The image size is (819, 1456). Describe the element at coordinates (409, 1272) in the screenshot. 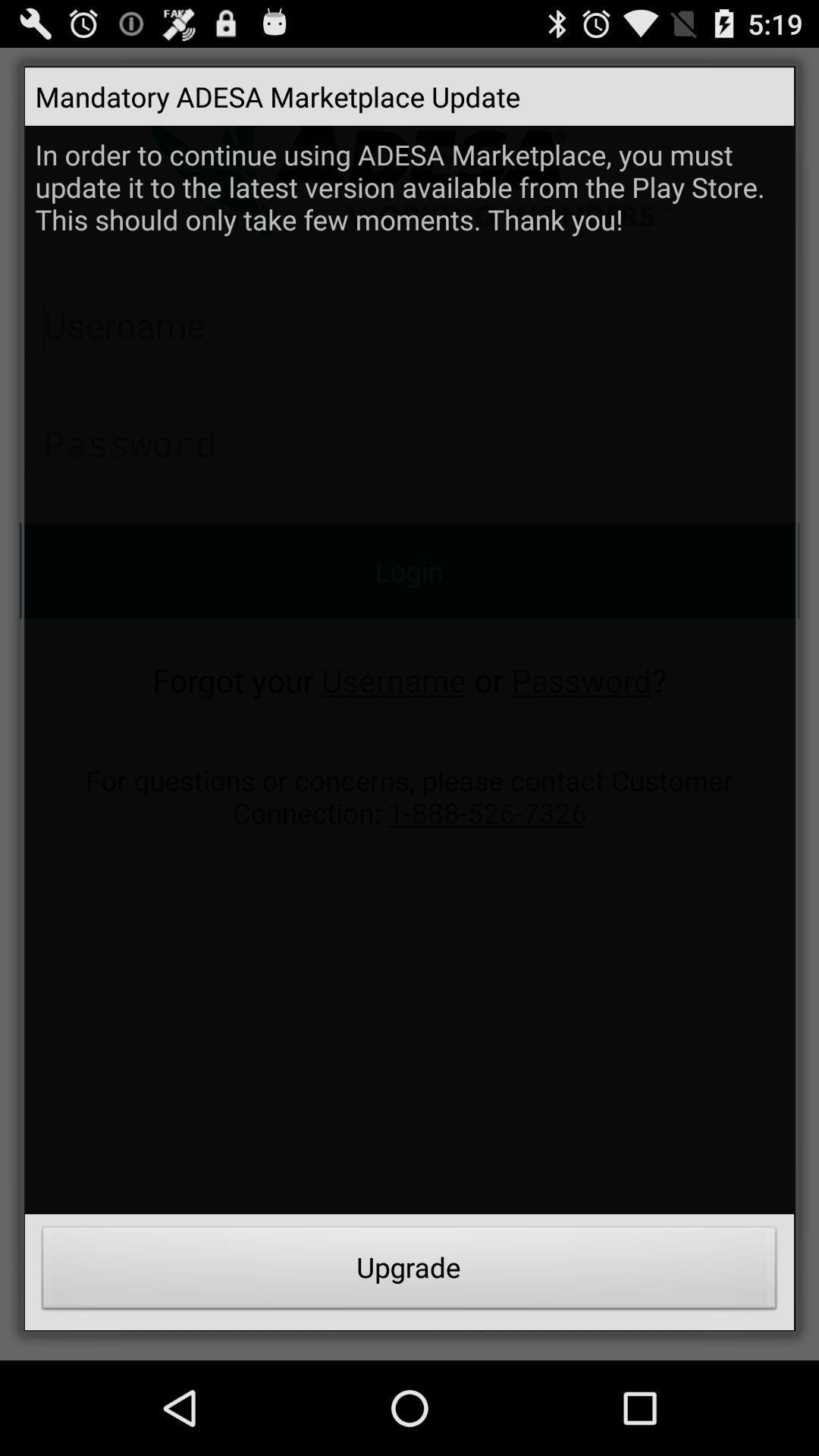

I see `the app below the in order to` at that location.